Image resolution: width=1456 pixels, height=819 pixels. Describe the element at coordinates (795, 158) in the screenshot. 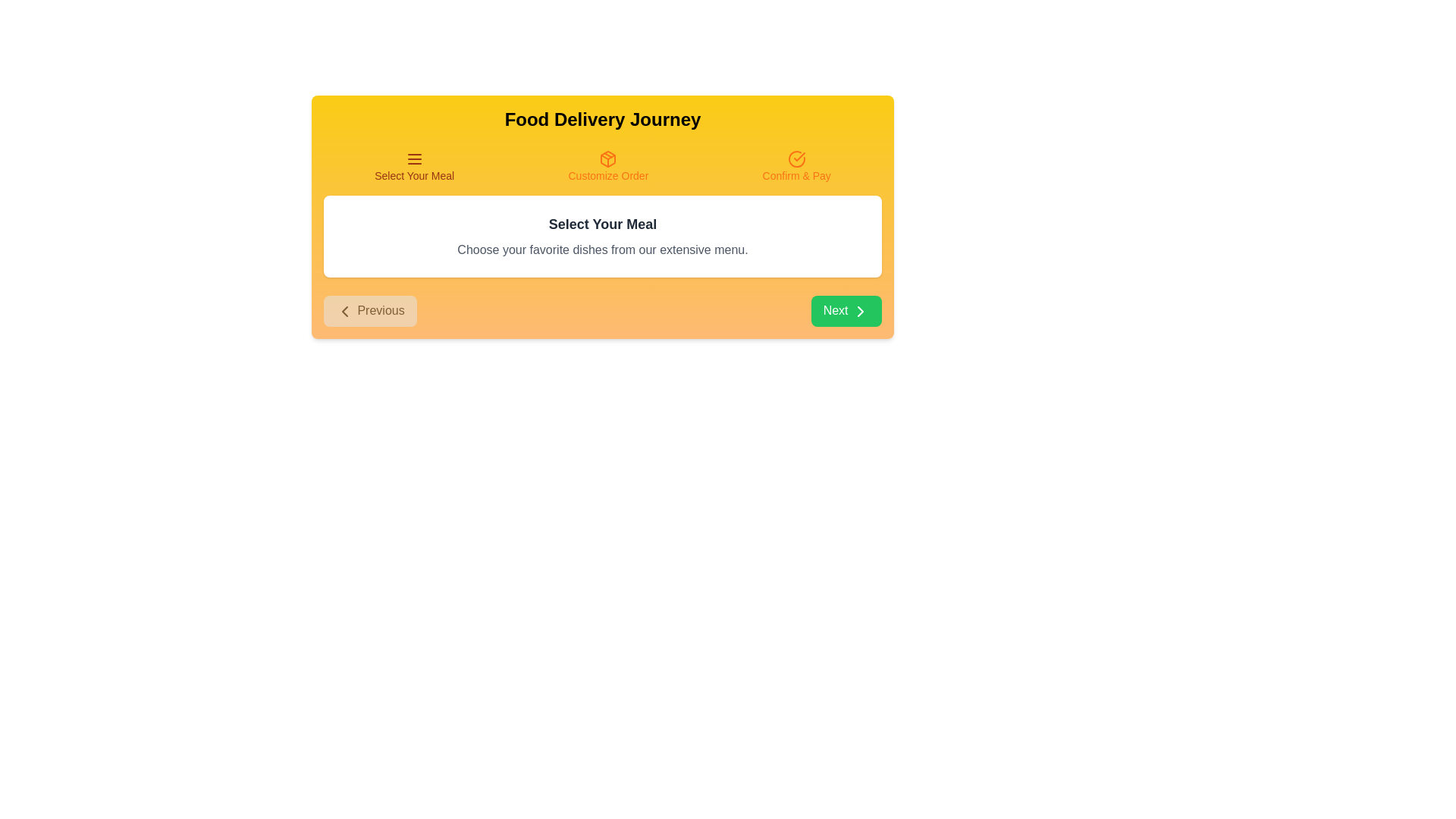

I see `the completion or confirmation status Icon located in the 'Confirm & Pay' area, positioned to the far right within the navigation bar` at that location.